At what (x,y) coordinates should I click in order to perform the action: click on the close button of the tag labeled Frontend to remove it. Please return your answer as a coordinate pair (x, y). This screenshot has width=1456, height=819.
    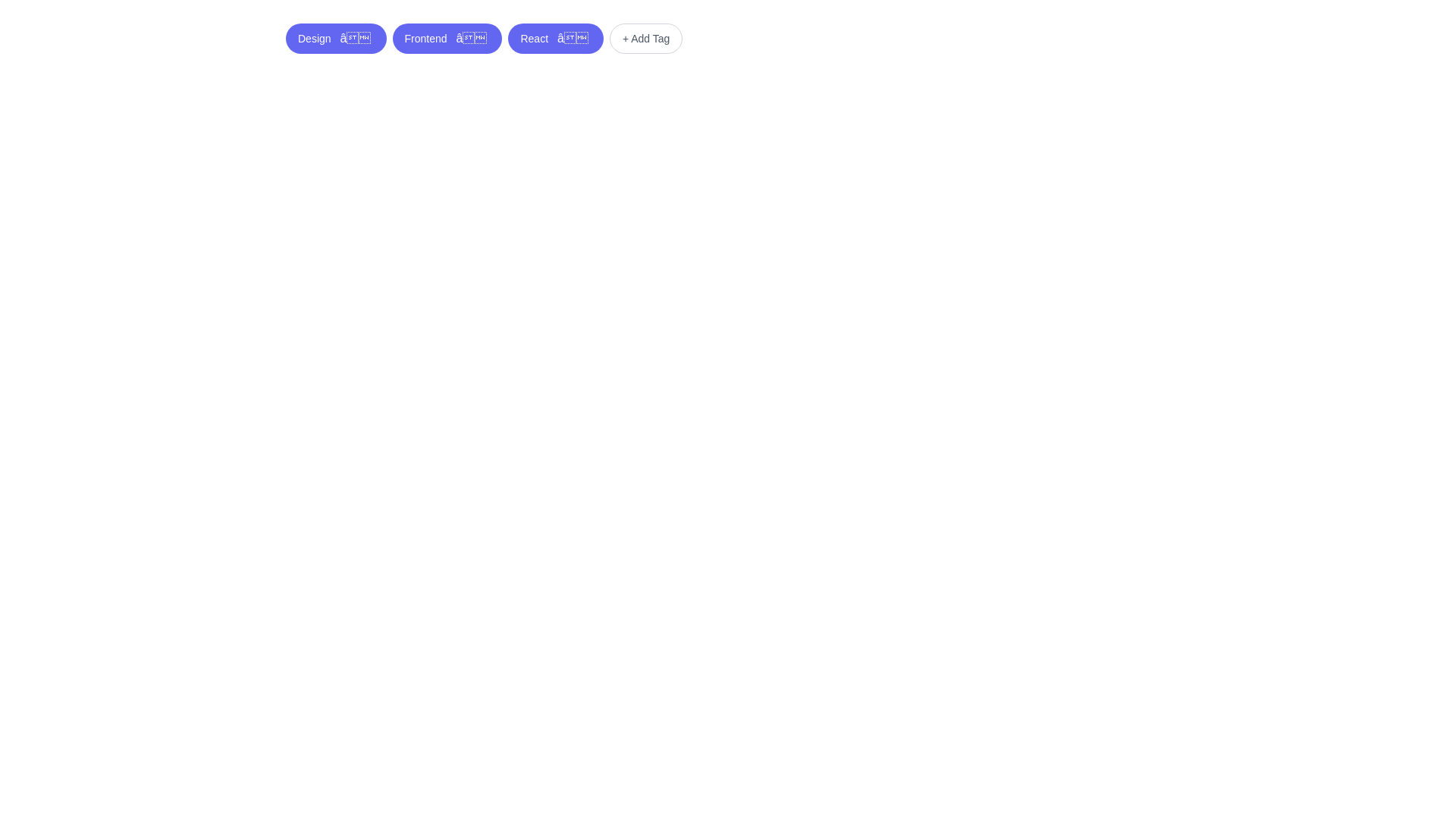
    Looking at the image, I should click on (471, 37).